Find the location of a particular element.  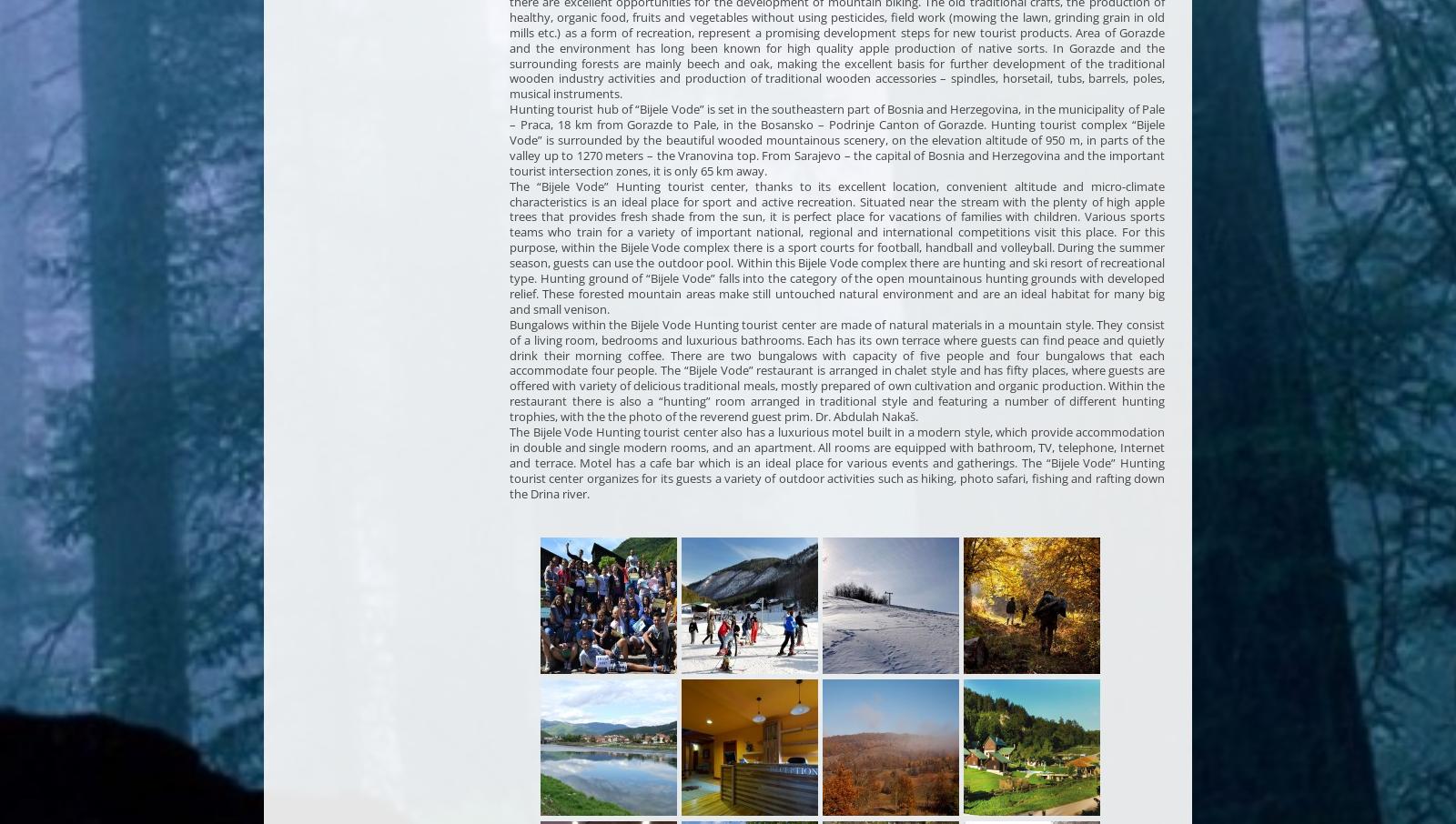

'grain in' is located at coordinates (1121, 15).